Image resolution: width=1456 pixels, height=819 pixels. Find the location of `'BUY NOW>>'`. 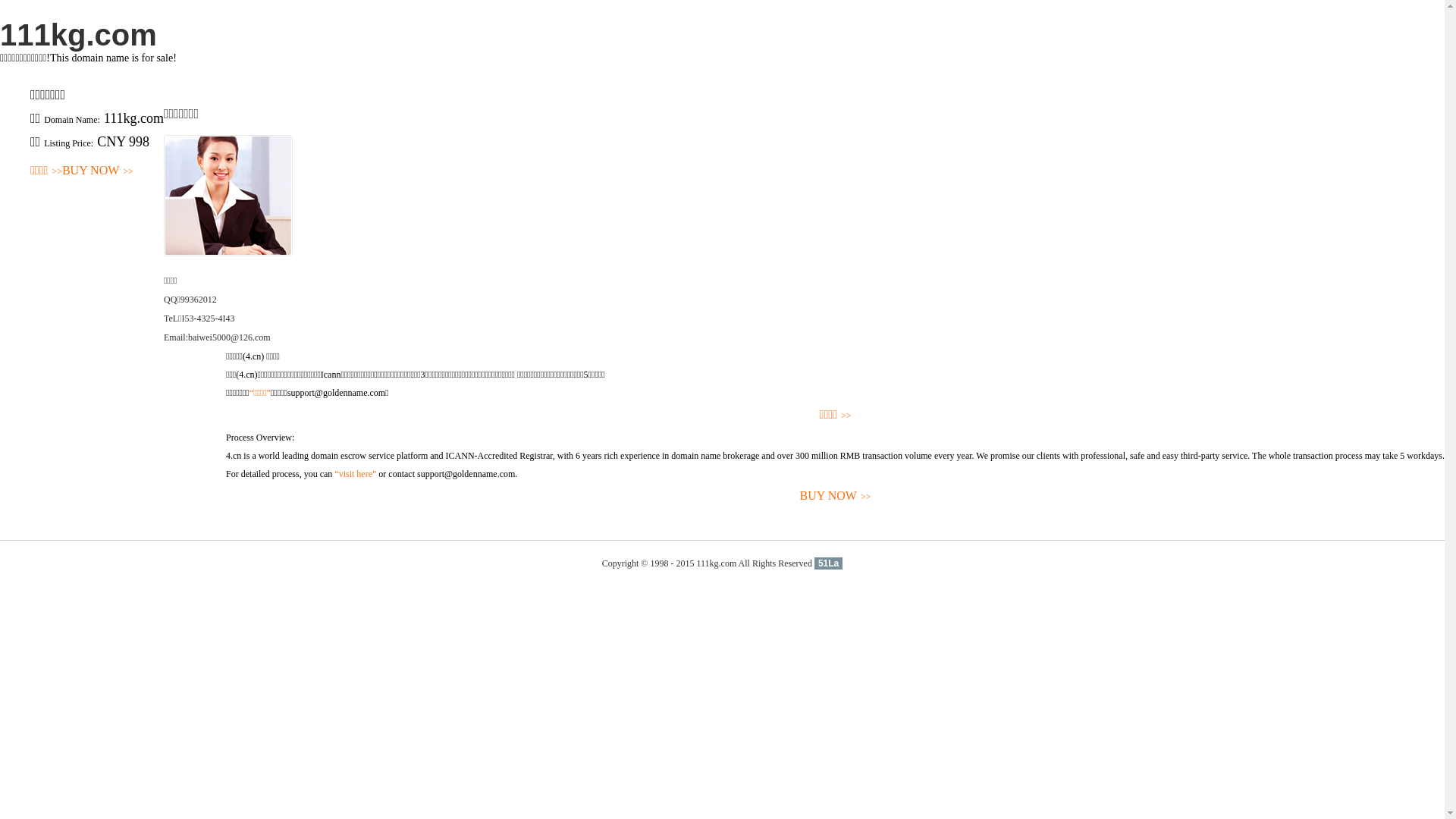

'BUY NOW>>' is located at coordinates (834, 496).